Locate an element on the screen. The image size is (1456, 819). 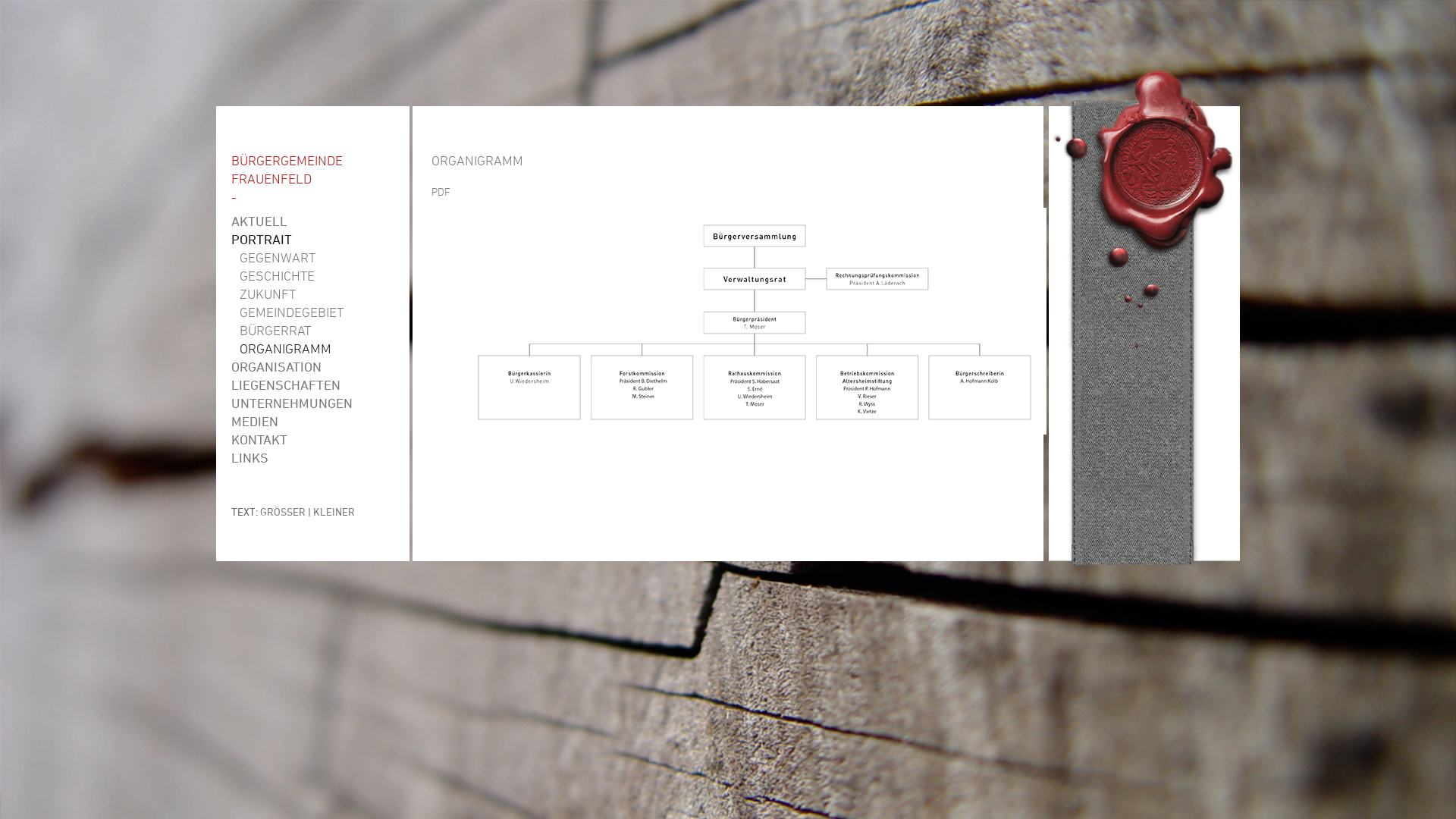
'MEDIEN' is located at coordinates (312, 421).